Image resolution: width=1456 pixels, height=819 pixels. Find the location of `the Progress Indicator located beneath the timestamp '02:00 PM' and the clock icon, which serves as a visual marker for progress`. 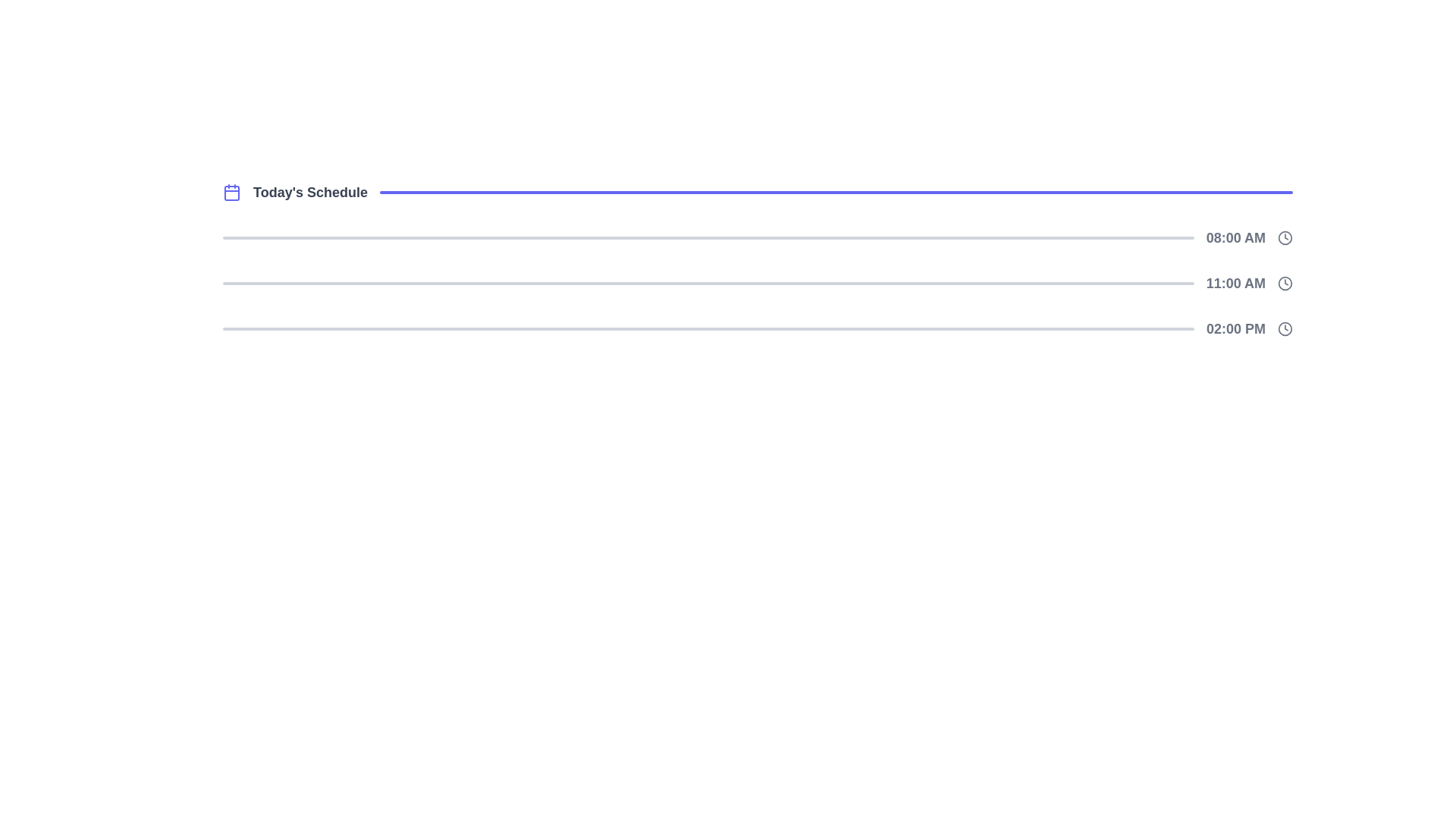

the Progress Indicator located beneath the timestamp '02:00 PM' and the clock icon, which serves as a visual marker for progress is located at coordinates (708, 328).